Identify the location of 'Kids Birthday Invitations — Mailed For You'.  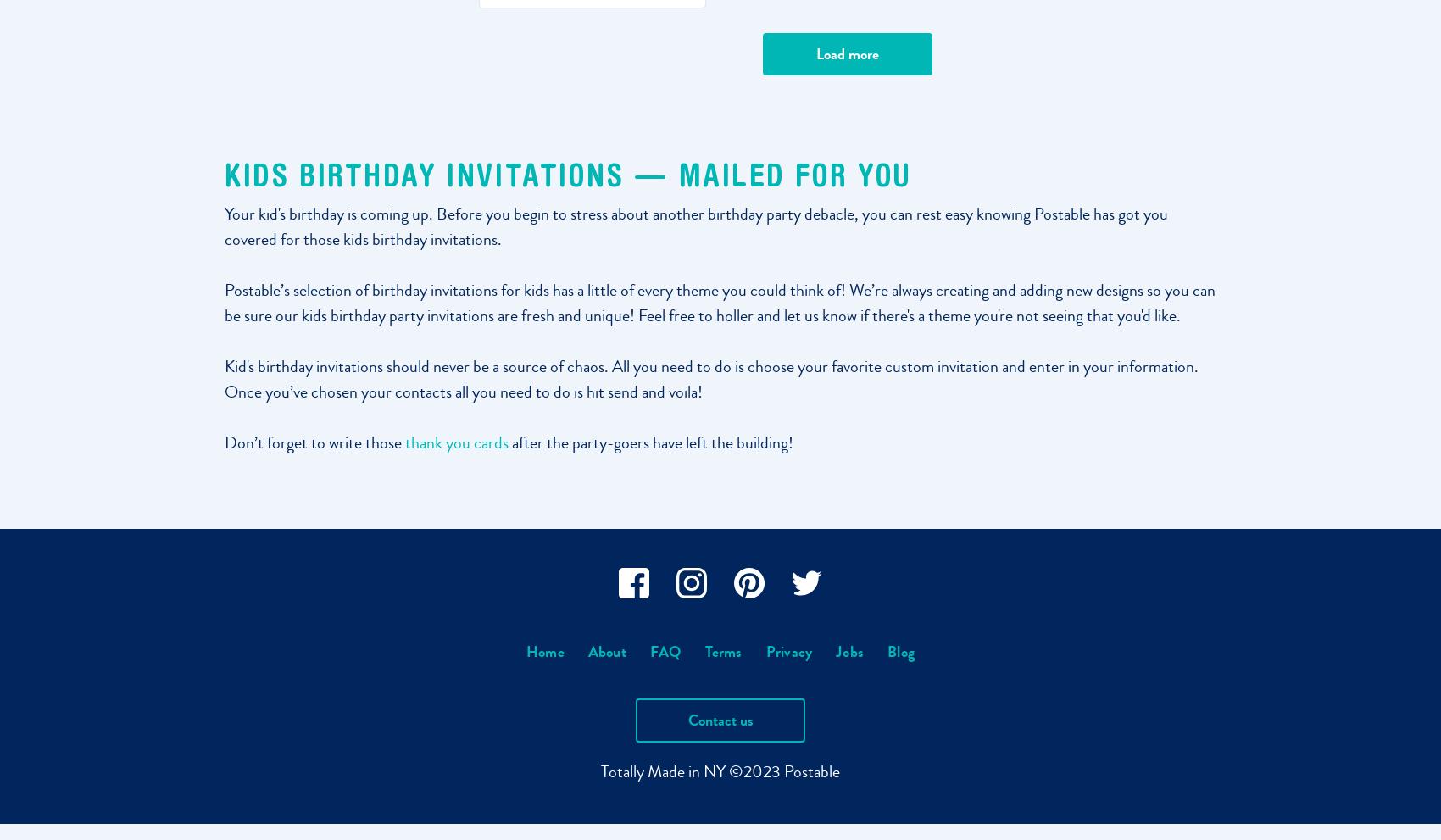
(567, 174).